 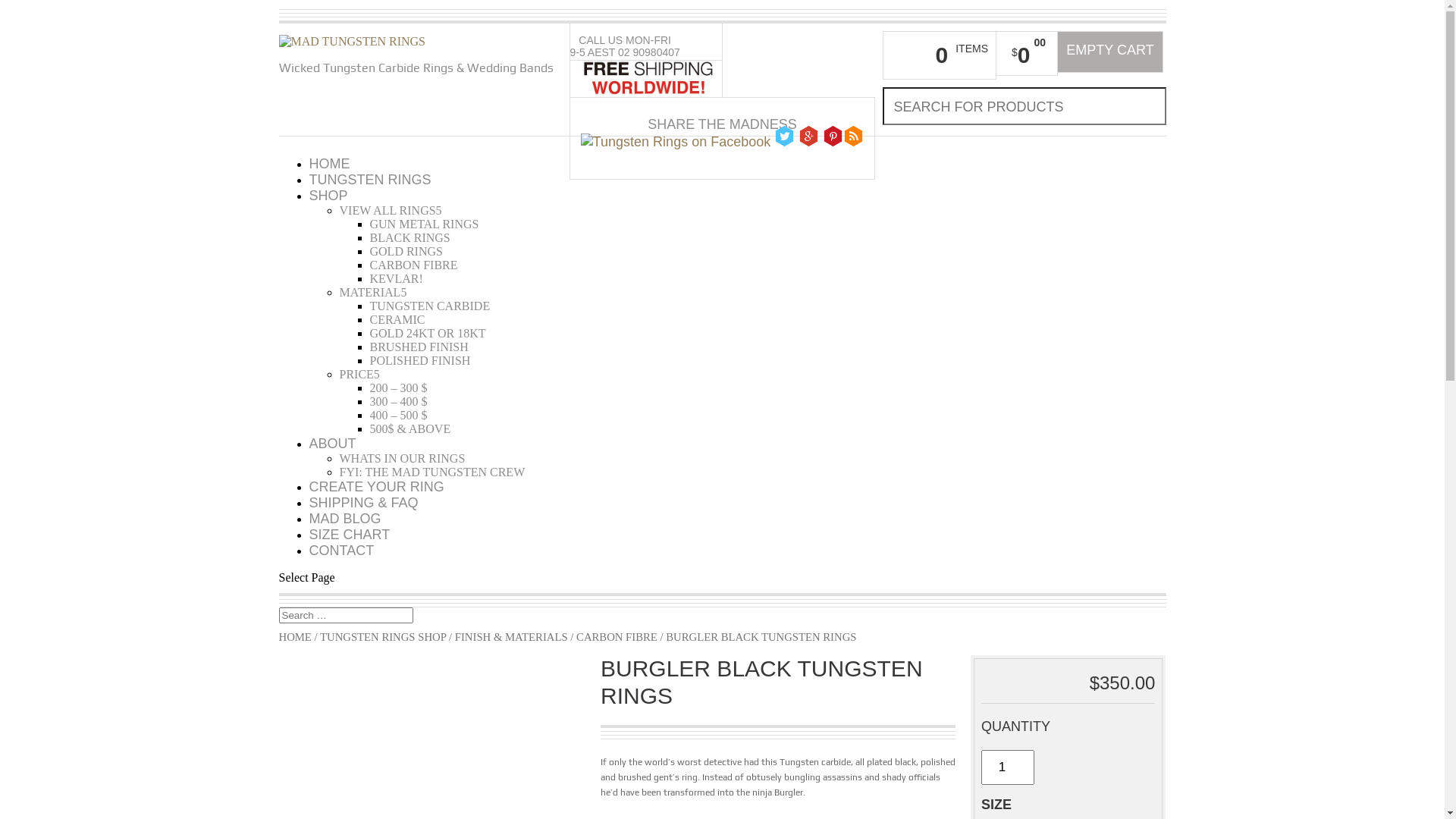 What do you see at coordinates (414, 264) in the screenshot?
I see `'CARBON FIBRE'` at bounding box center [414, 264].